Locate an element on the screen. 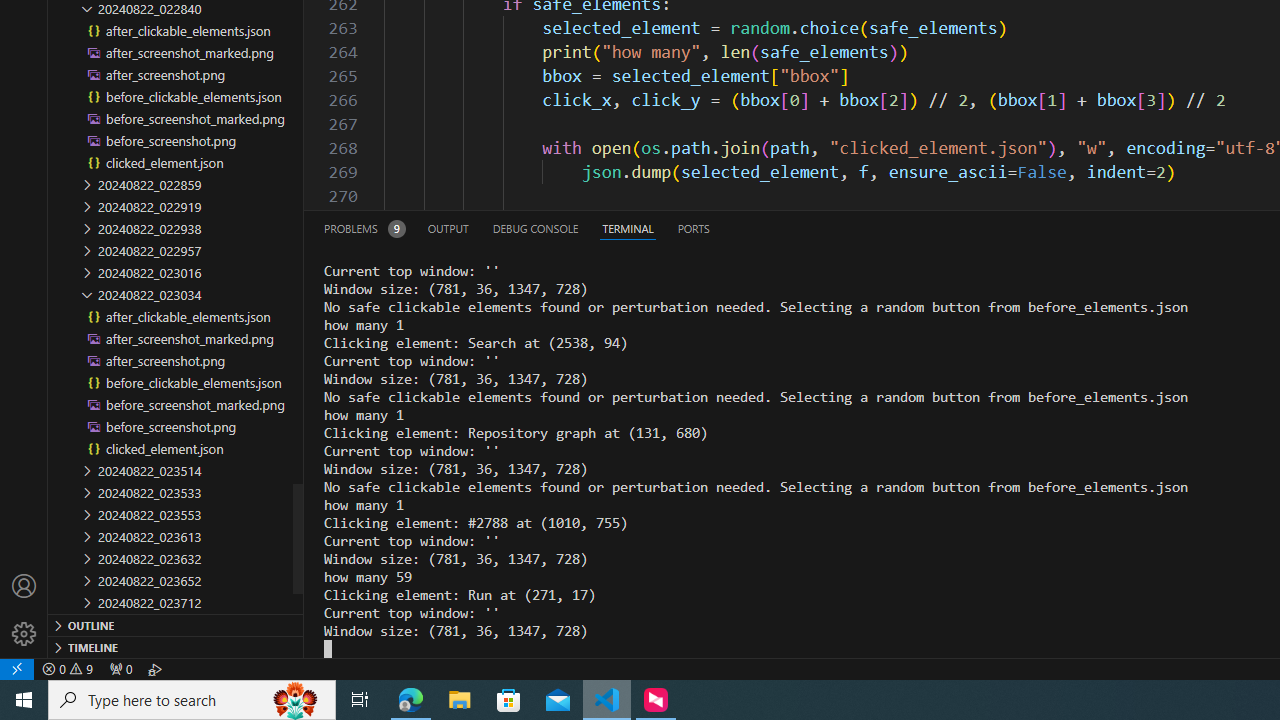  'Timeline Section' is located at coordinates (176, 646).